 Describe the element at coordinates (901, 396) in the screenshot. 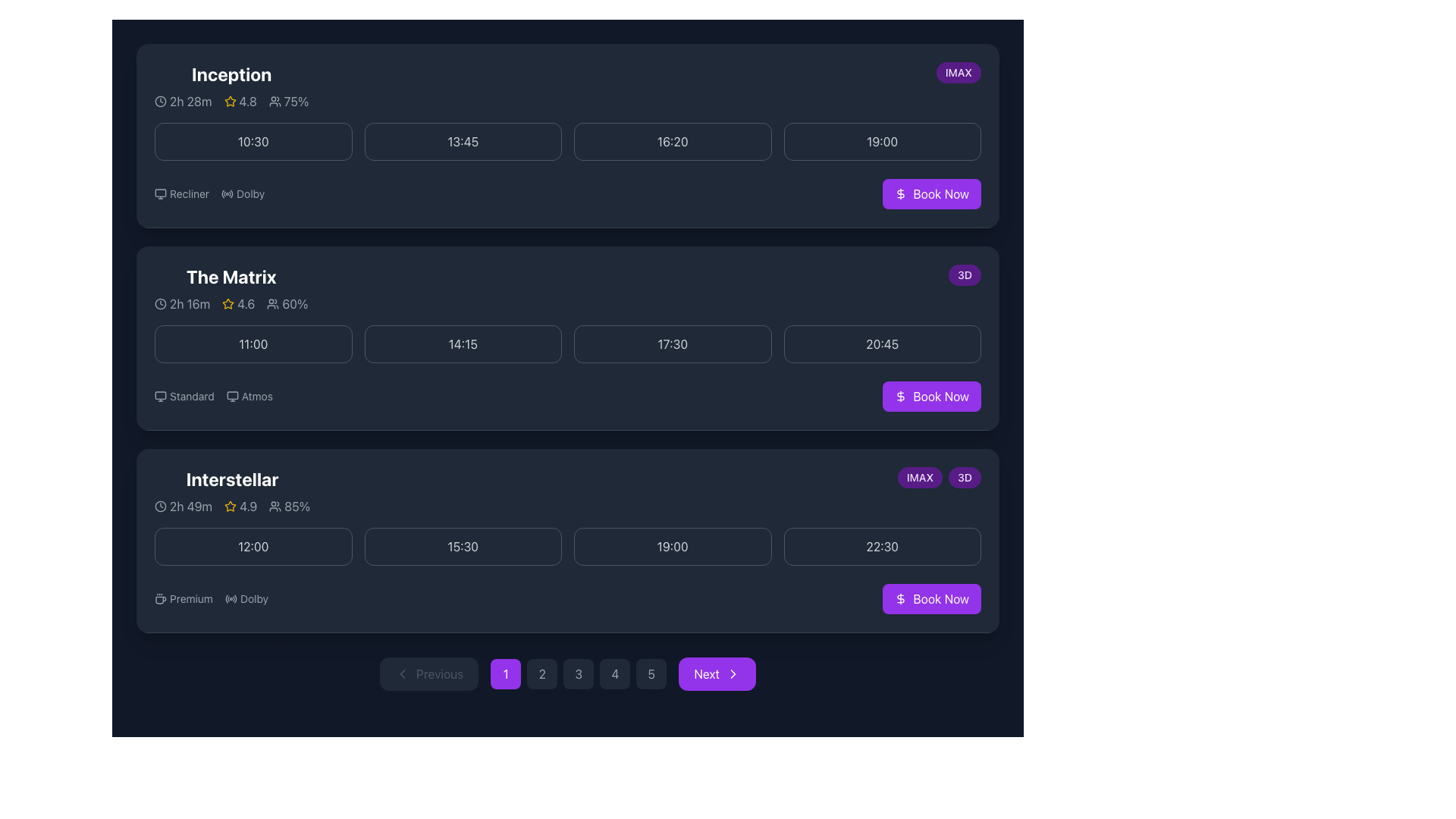

I see `the monetary icon located inside the 'Book Now' button, positioned to the left of the text 'Book Now'` at that location.